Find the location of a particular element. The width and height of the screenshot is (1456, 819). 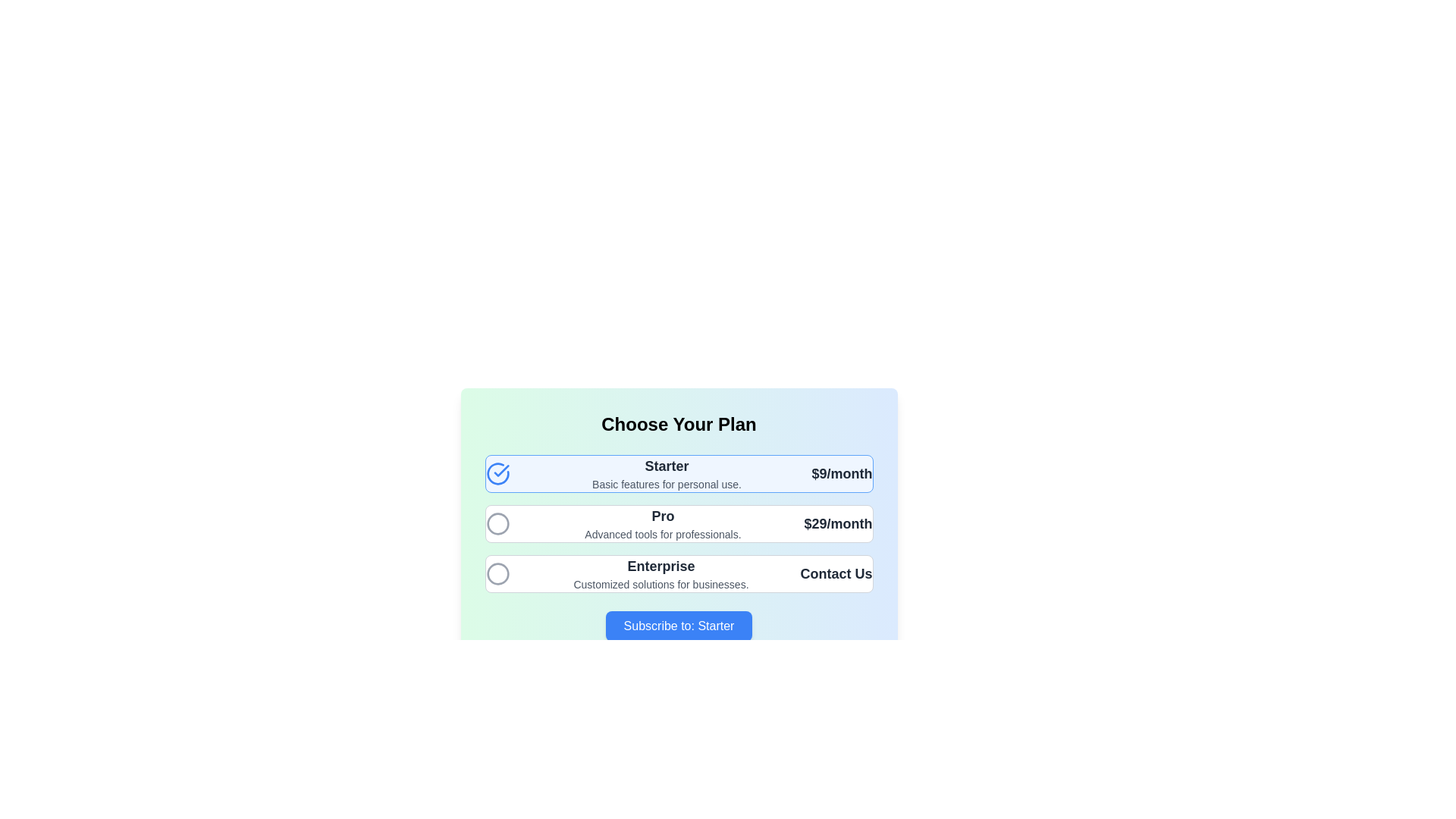

text content of the 'Pro' plan option, which is the second selectable item in a vertically stacked group of plans located below the 'Starter' plan is located at coordinates (678, 522).